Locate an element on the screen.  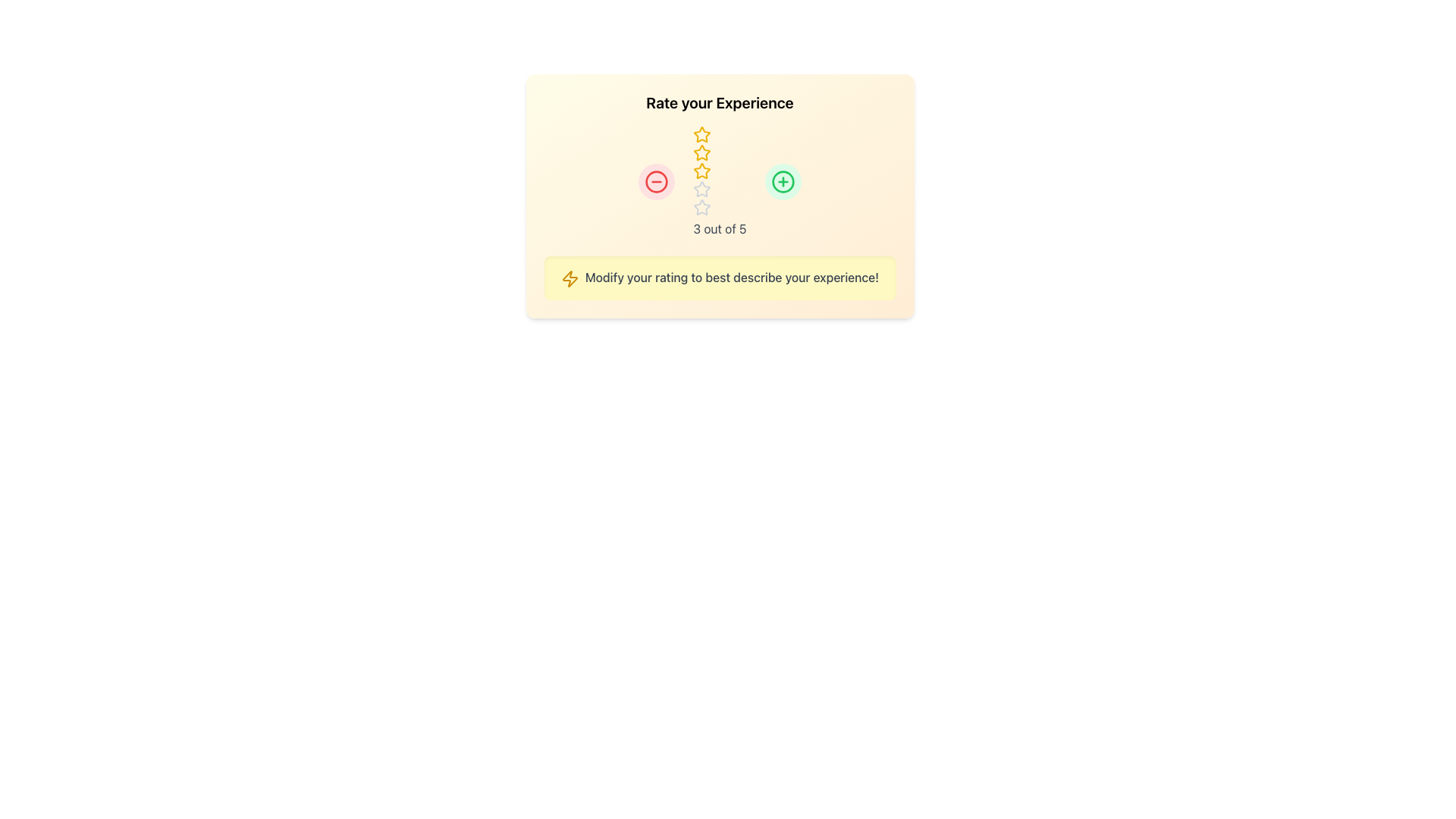
the third yellow star icon with a hollow center in the rating component below the 'Rate your Experience' heading is located at coordinates (701, 152).